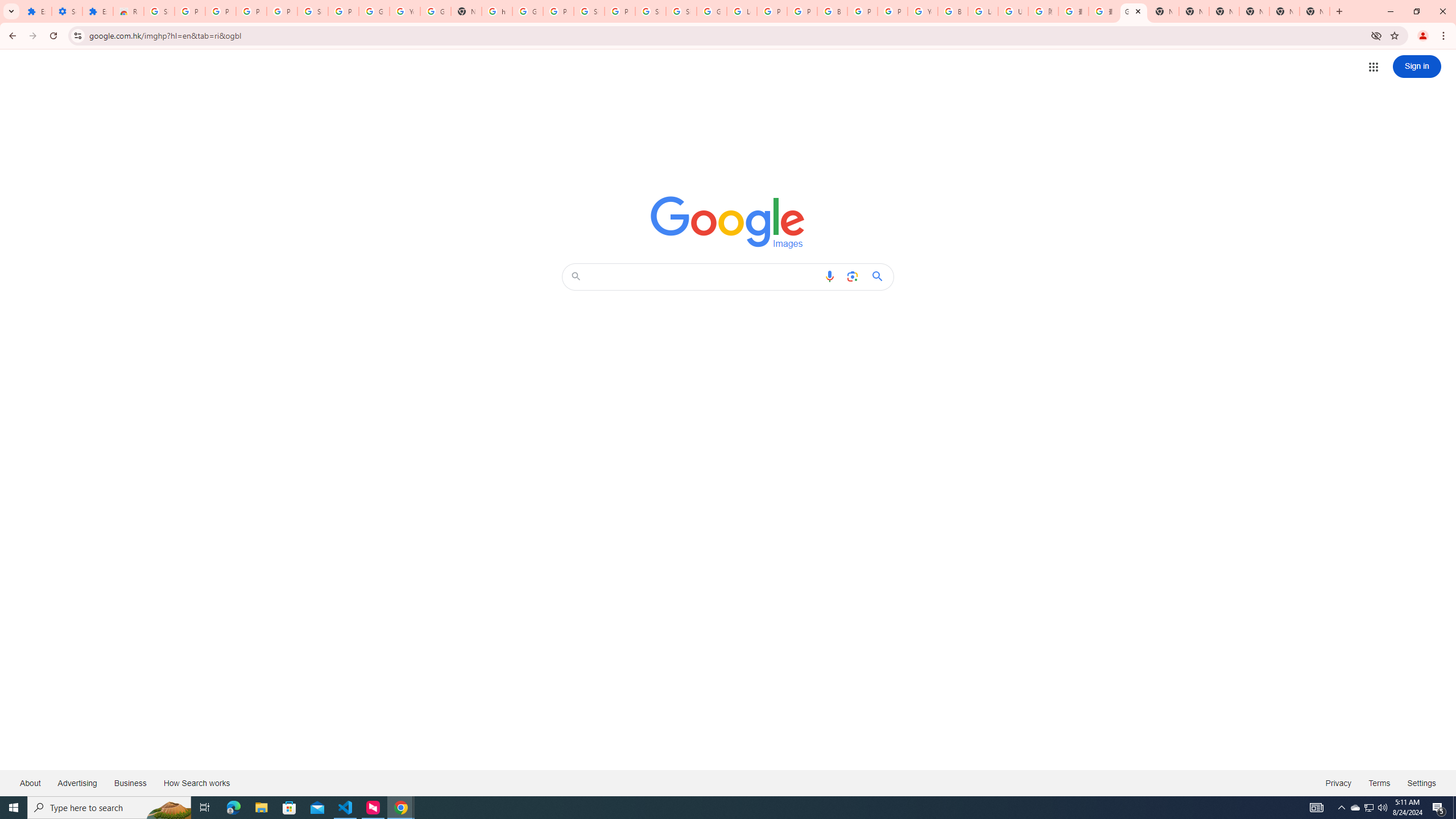 The width and height of the screenshot is (1456, 819). I want to click on 'Privacy Help Center - Policies Help', so click(771, 11).